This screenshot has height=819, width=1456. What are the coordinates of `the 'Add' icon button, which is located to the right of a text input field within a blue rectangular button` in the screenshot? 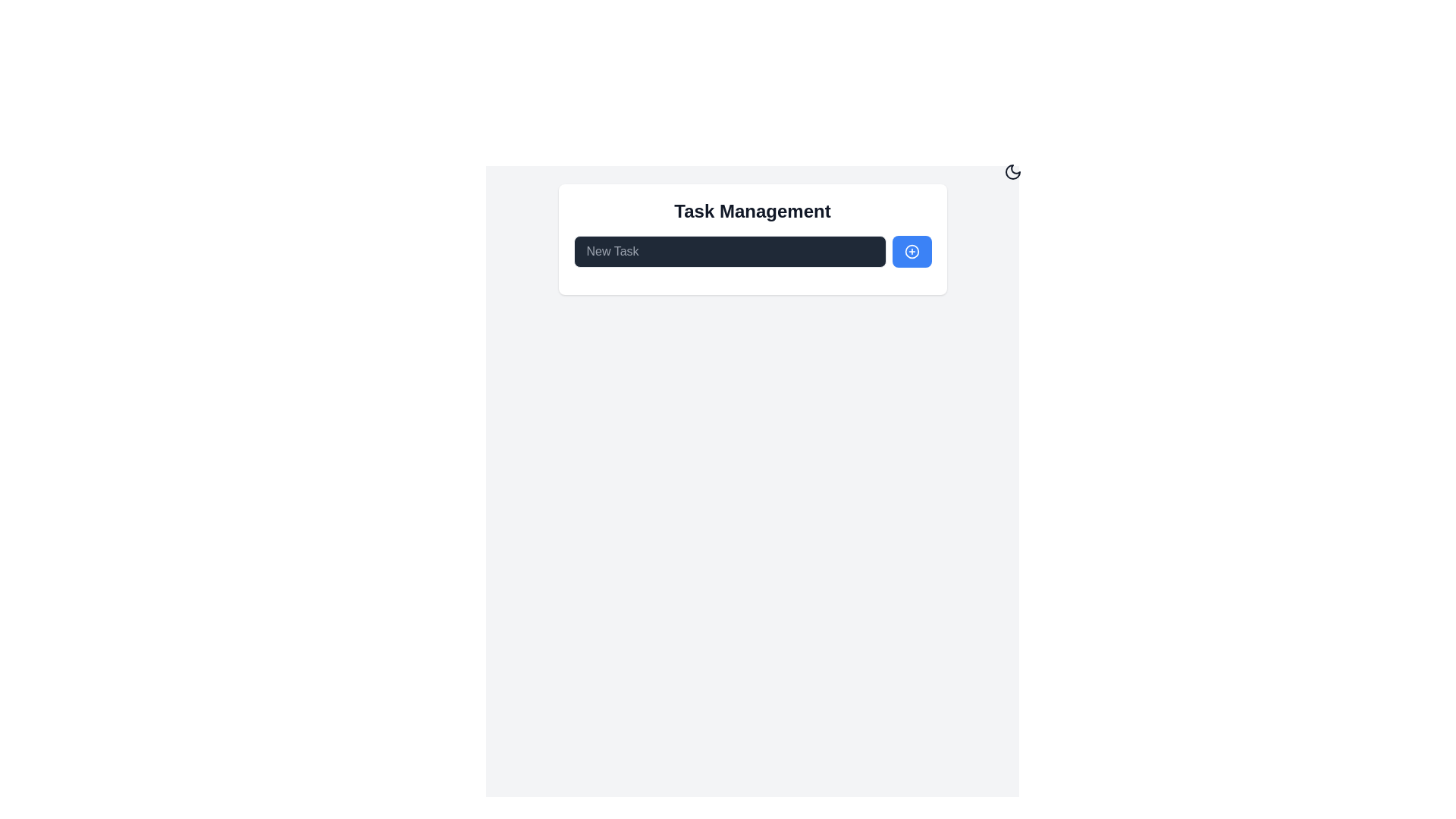 It's located at (911, 250).